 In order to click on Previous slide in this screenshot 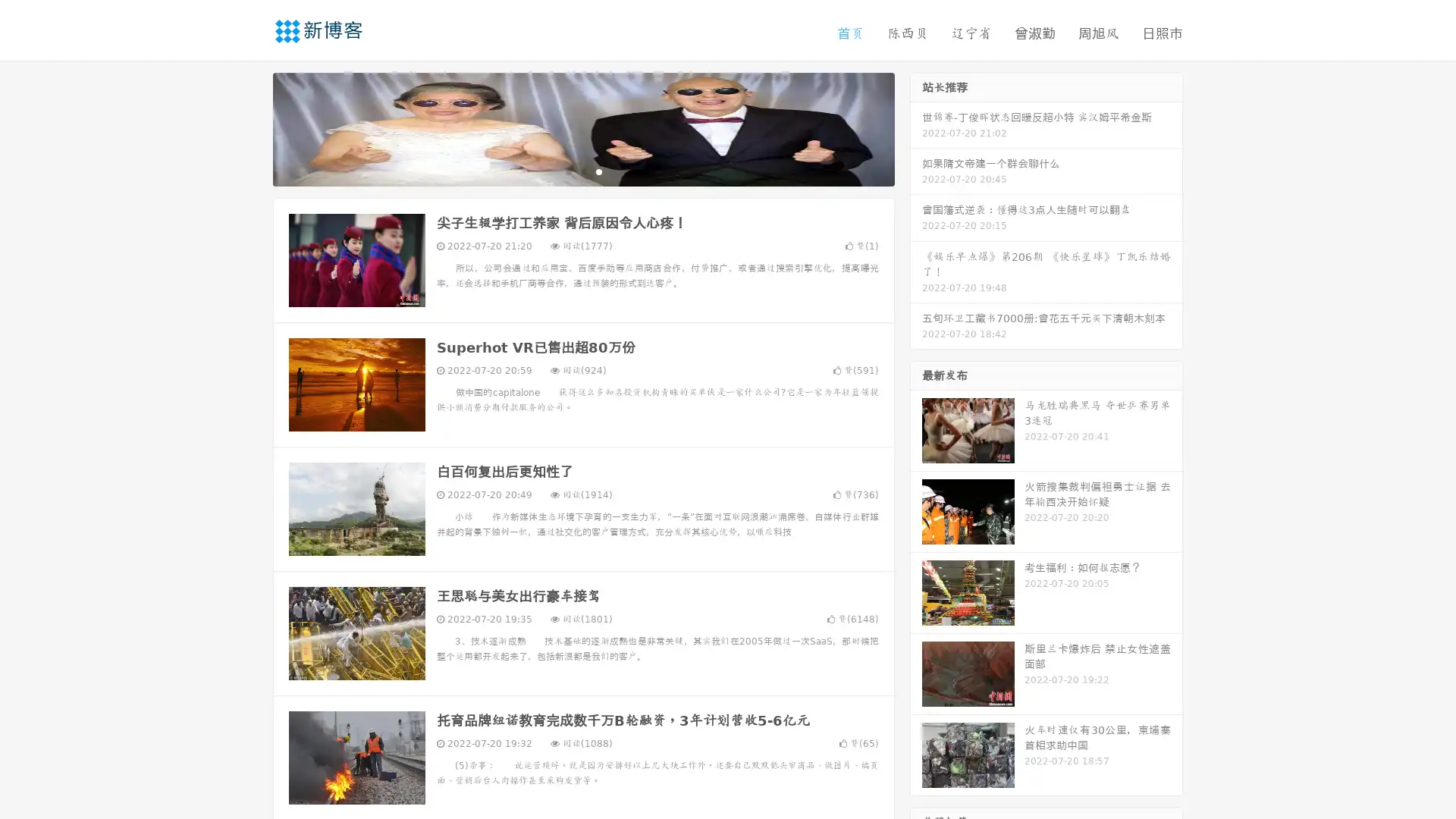, I will do `click(250, 127)`.